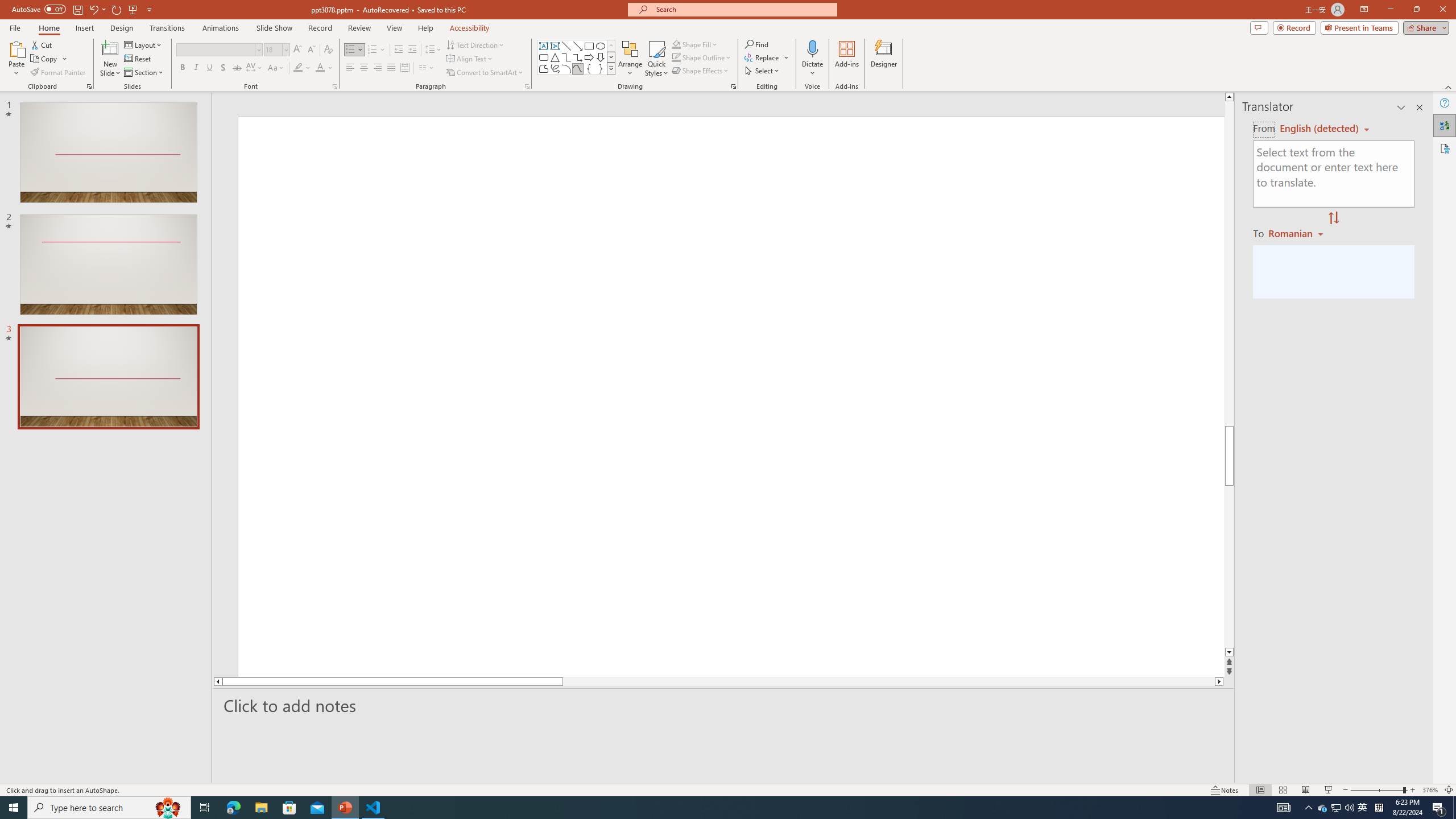  I want to click on 'Swap "from" and "to" languages.', so click(1333, 218).